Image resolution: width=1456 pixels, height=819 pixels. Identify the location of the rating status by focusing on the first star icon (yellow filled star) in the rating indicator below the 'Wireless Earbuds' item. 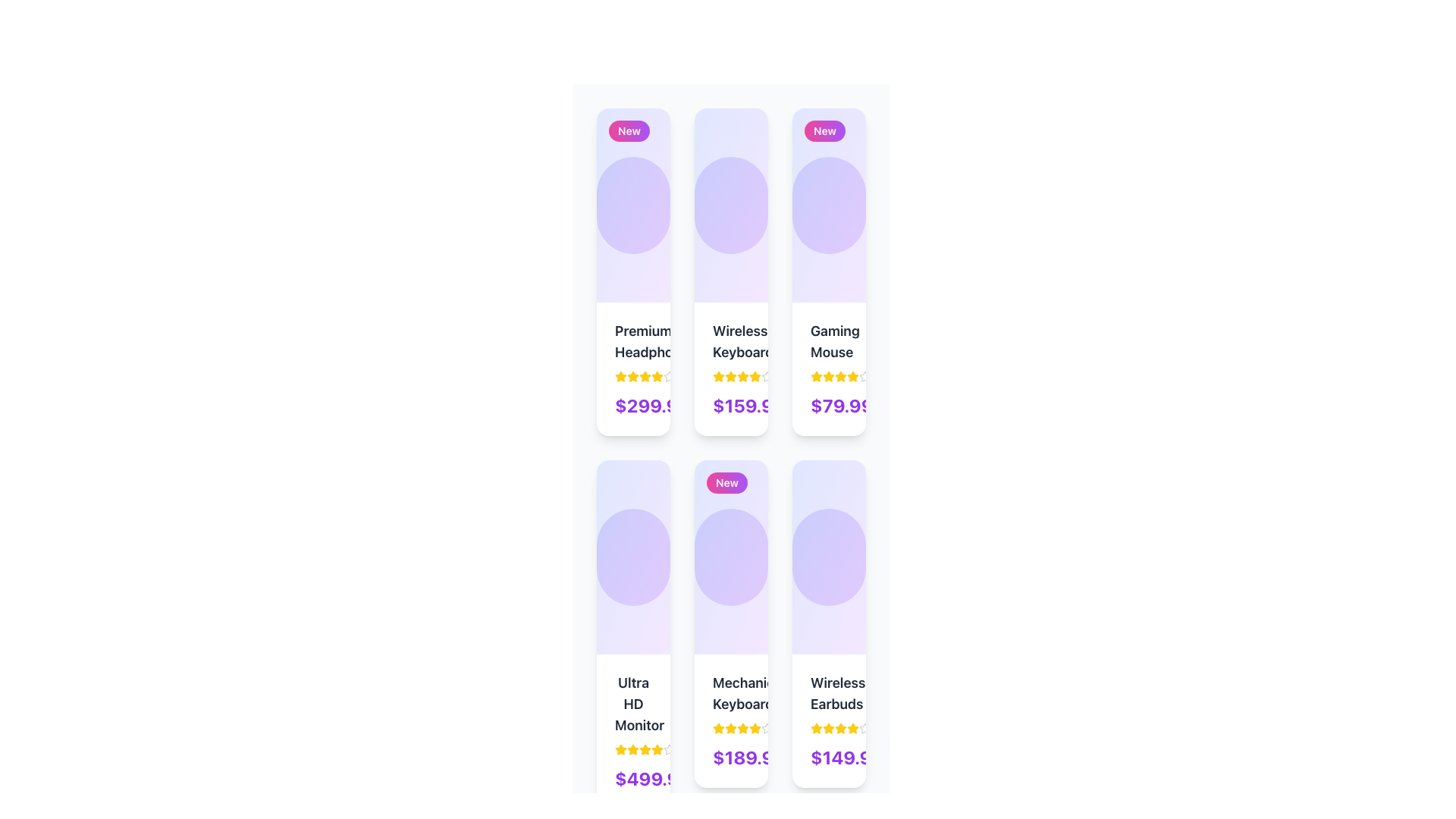
(815, 727).